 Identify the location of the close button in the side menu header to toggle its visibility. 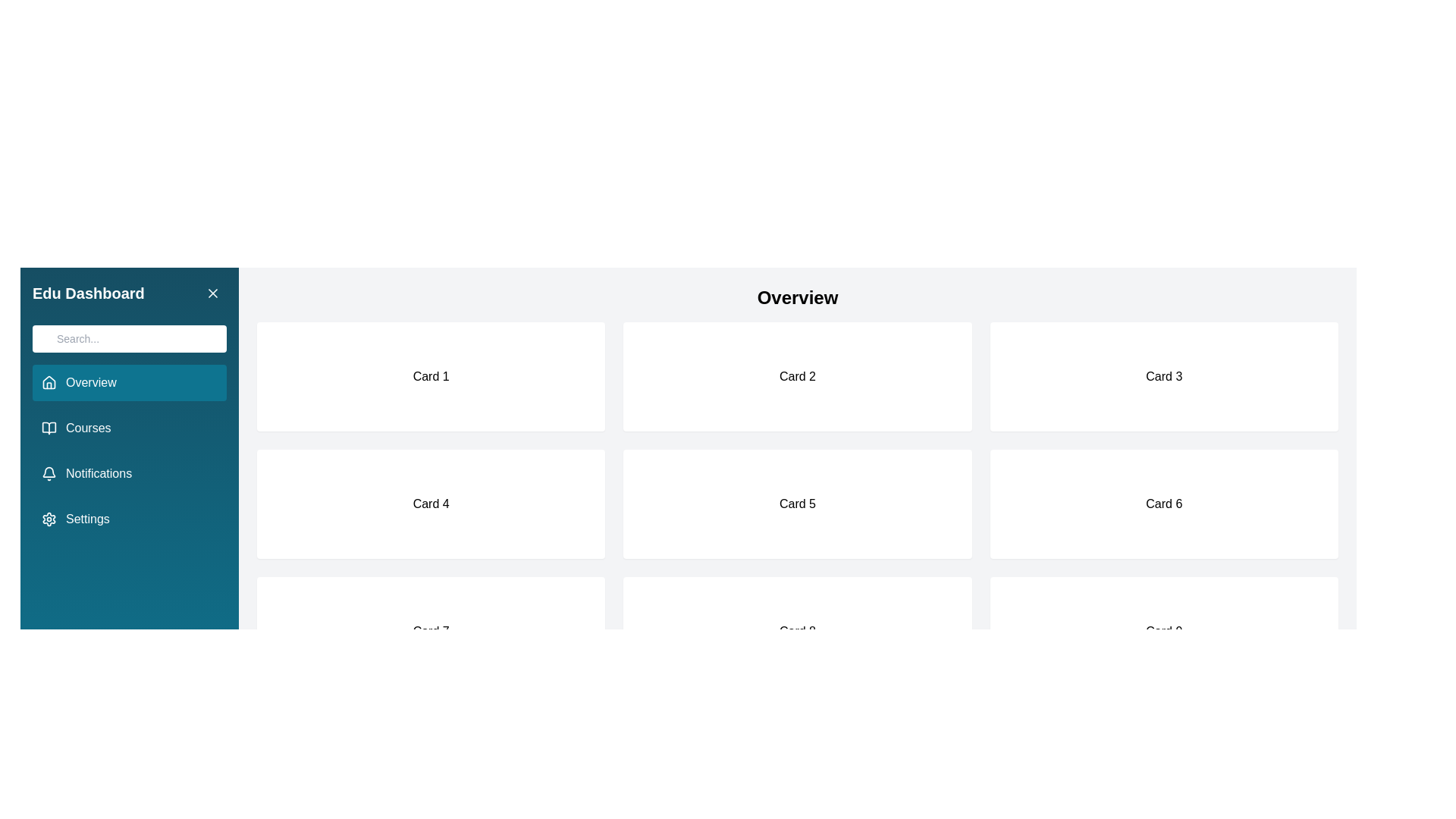
(212, 293).